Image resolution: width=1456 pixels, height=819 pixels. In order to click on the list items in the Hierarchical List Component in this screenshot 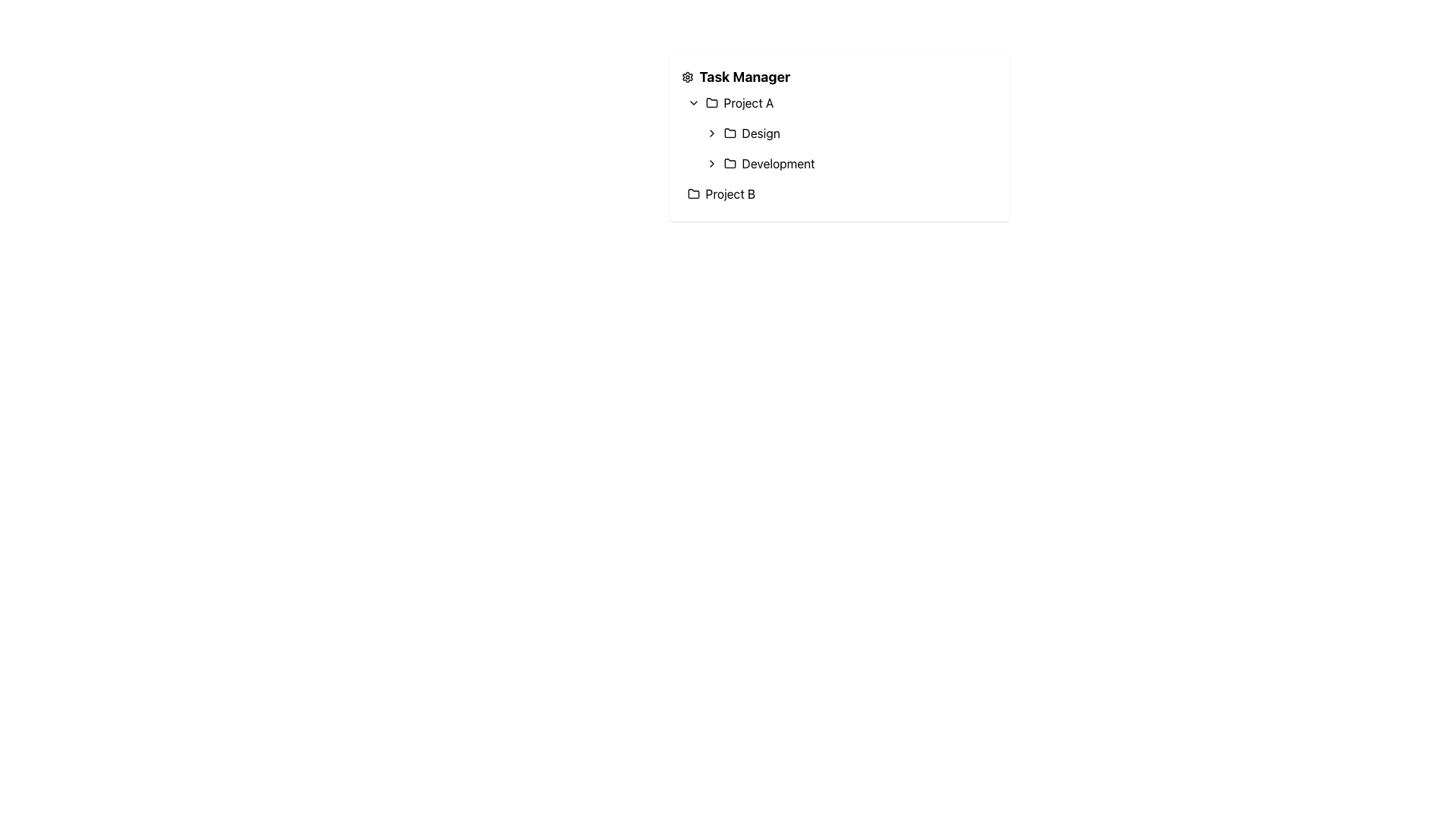, I will do `click(838, 137)`.